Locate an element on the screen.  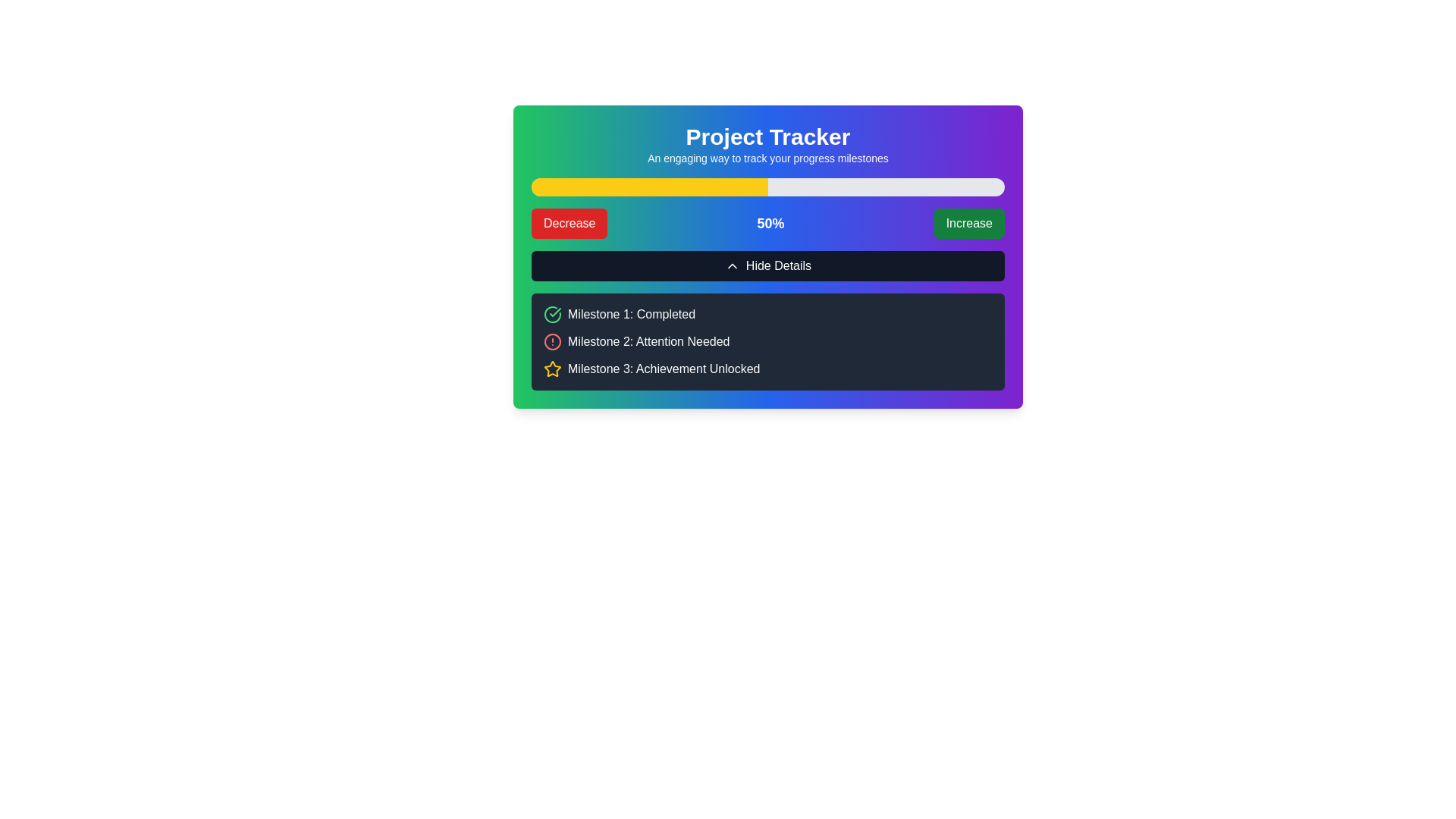
the percentage completion label displaying '50%' in the Composite component of the 'Project Tracker' to check its tooltip is located at coordinates (767, 223).